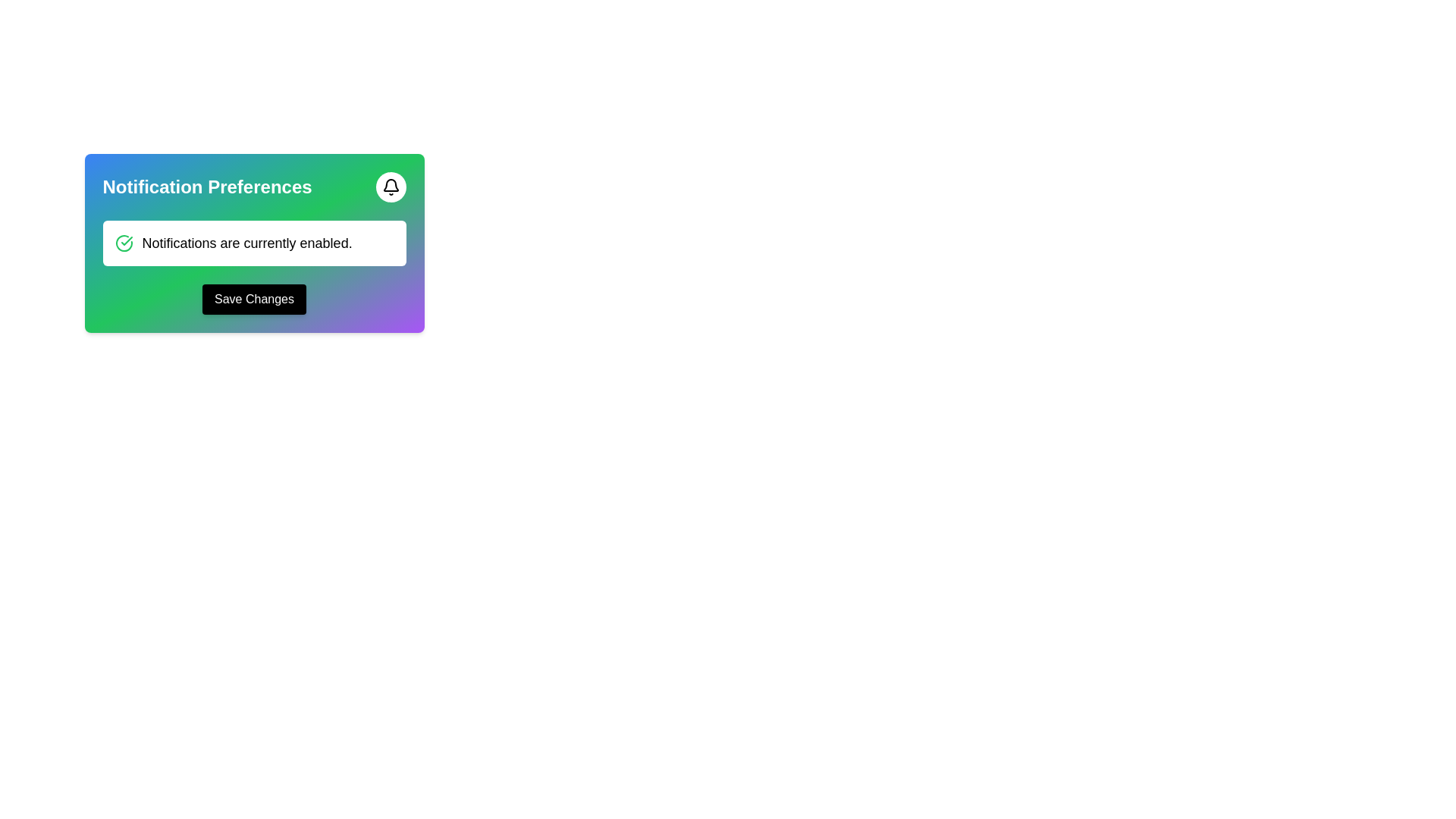  What do you see at coordinates (247, 242) in the screenshot?
I see `the text label displaying 'Notifications are currently enabled.' which features a black sans-serif font, indicating that notifications are enabled` at bounding box center [247, 242].